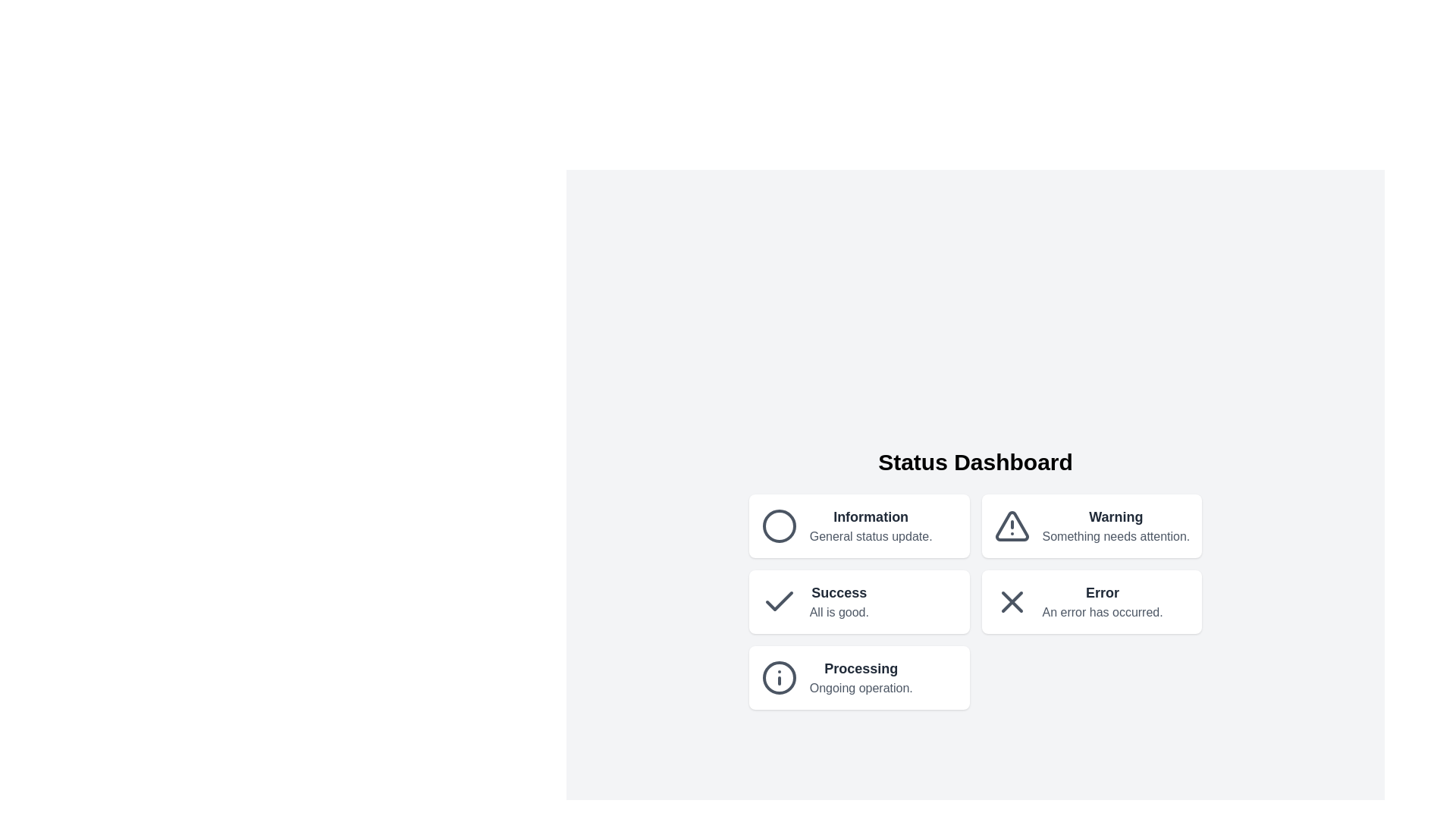  Describe the element at coordinates (1012, 526) in the screenshot. I see `the SVG icon of a triangle with an exclamation mark inside, styled in gray, located in the left part of the 'Warning' card within the dashboard view` at that location.